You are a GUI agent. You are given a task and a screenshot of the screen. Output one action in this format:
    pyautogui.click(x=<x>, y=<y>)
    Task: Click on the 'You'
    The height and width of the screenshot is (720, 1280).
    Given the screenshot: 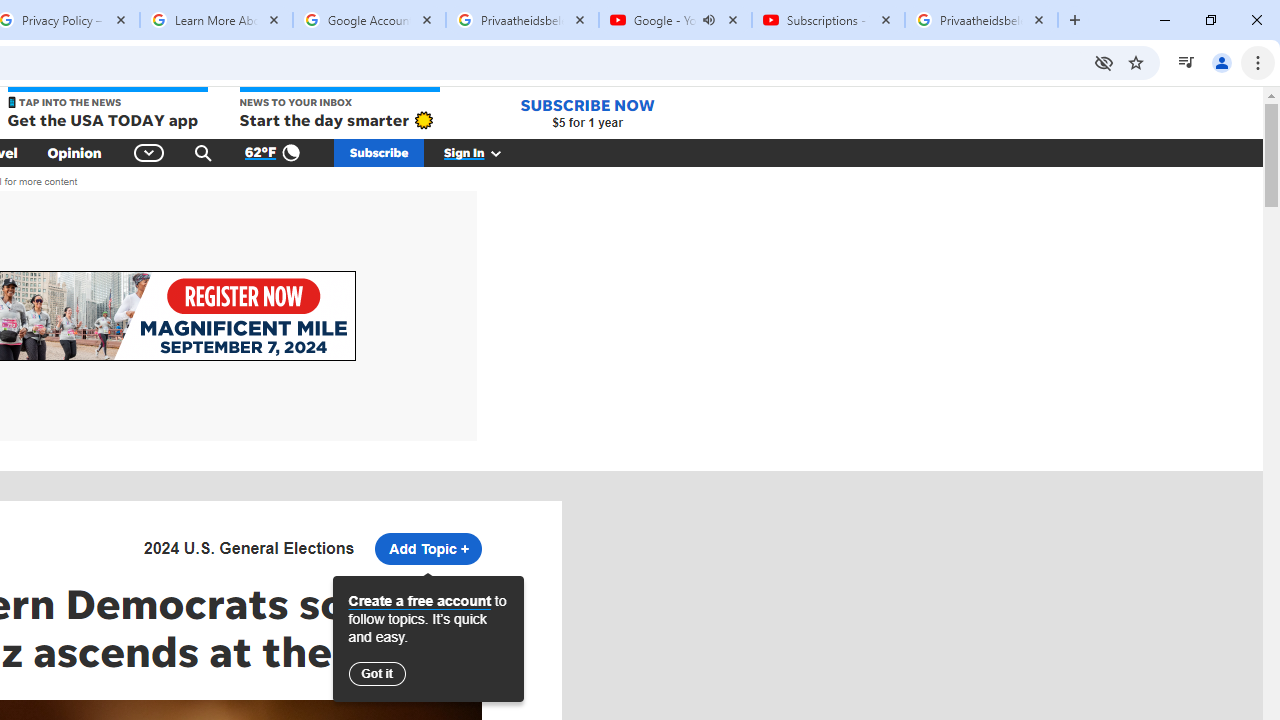 What is the action you would take?
    pyautogui.click(x=1220, y=61)
    